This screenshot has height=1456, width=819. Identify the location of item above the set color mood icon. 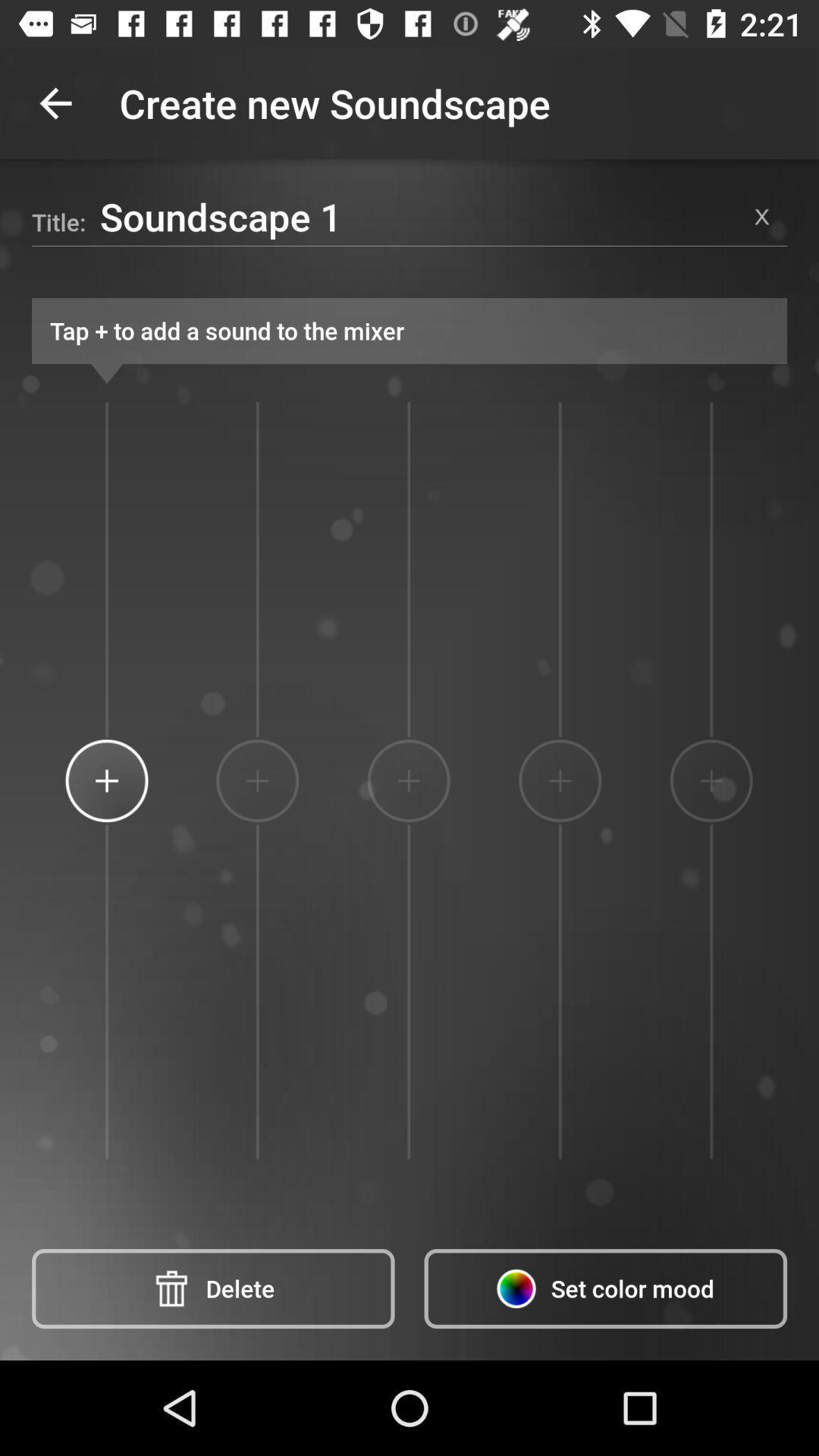
(711, 780).